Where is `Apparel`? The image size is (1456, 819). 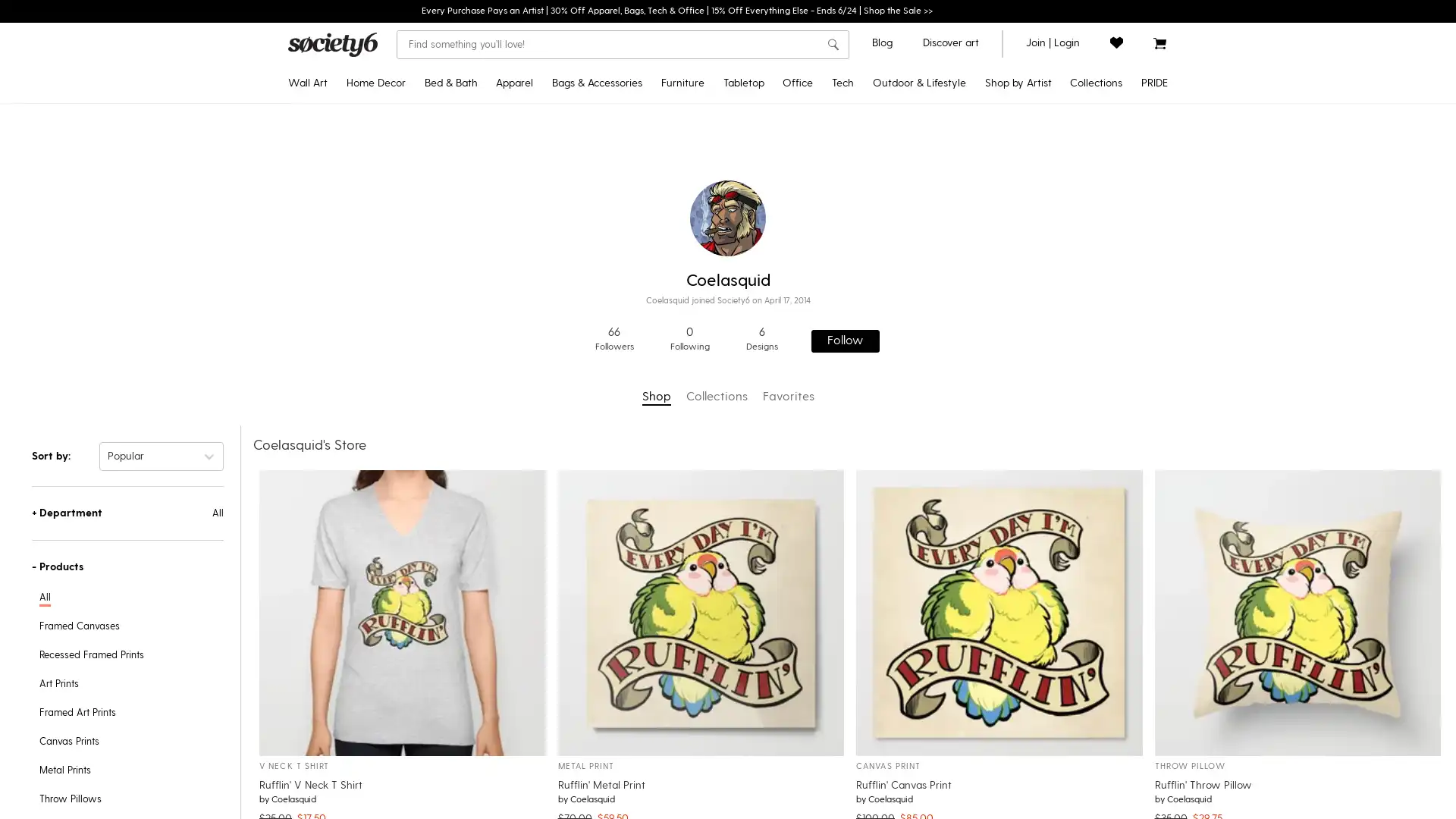 Apparel is located at coordinates (514, 83).